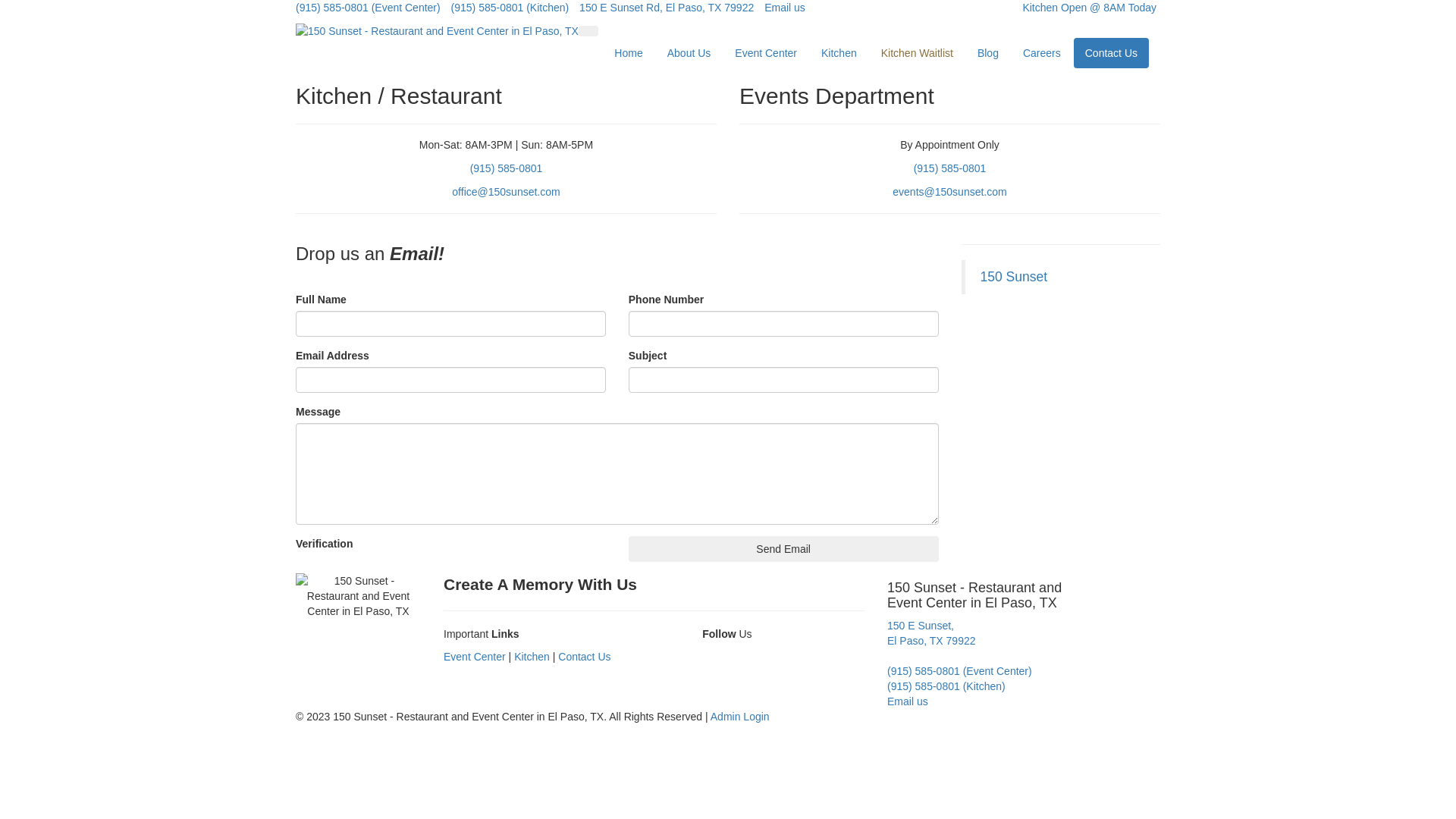 Image resolution: width=1456 pixels, height=819 pixels. Describe the element at coordinates (628, 52) in the screenshot. I see `'Home'` at that location.